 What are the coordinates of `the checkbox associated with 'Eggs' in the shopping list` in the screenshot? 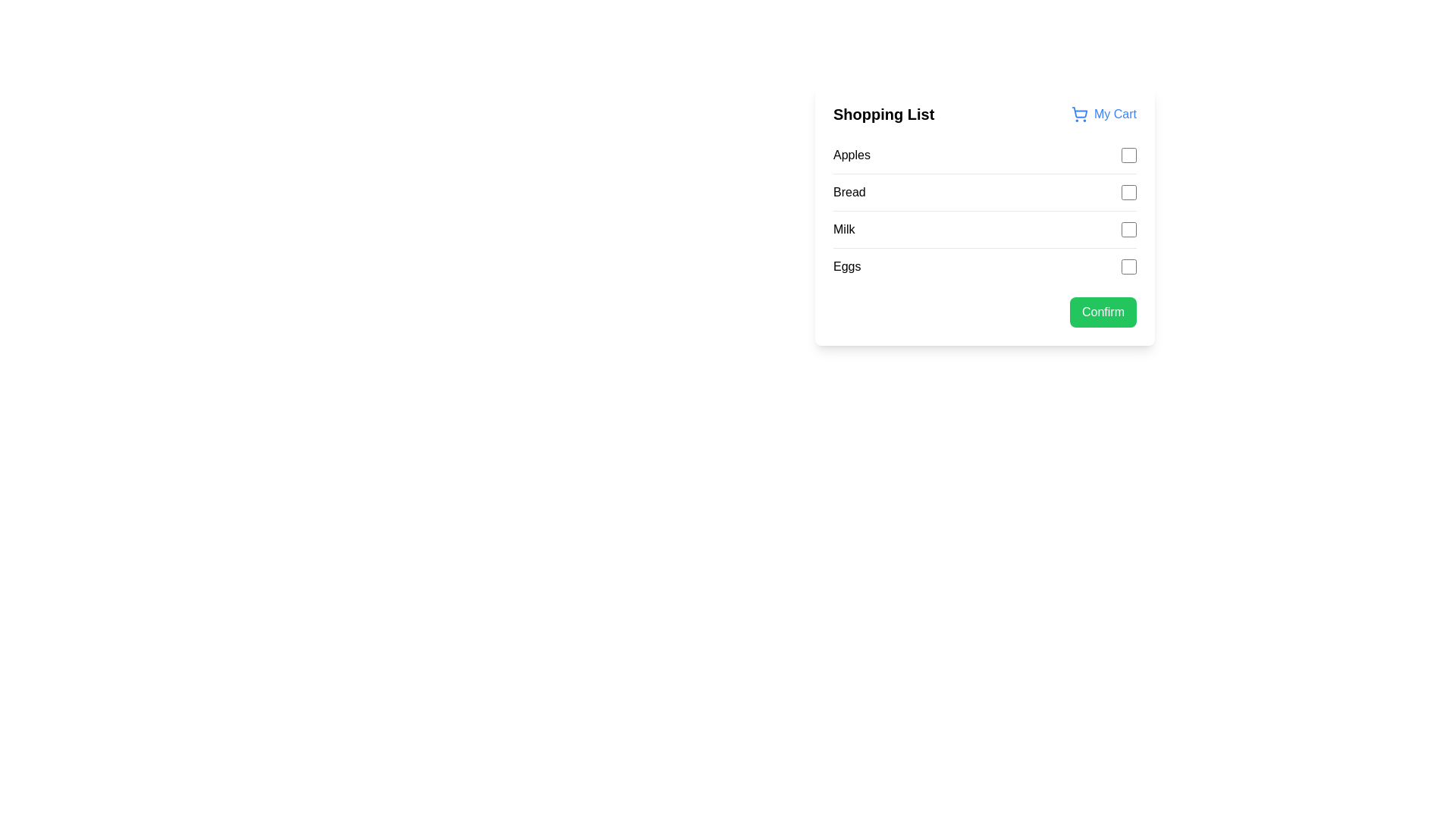 It's located at (1128, 265).